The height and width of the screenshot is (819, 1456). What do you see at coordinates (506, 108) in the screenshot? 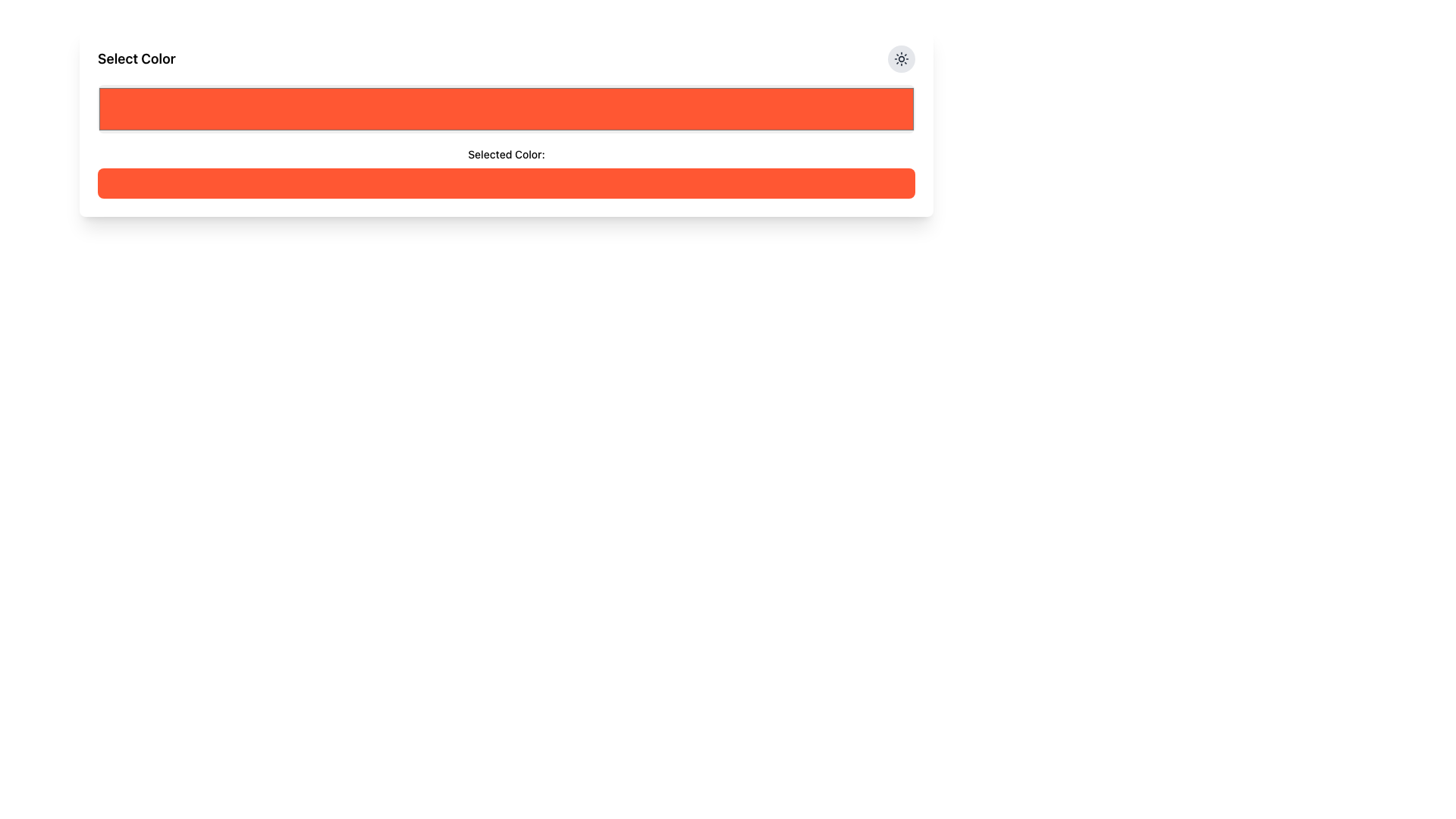
I see `the Color Input element, which is a rectangular box with a vibrant orange shade (#FF5733), using keyboard navigation` at bounding box center [506, 108].